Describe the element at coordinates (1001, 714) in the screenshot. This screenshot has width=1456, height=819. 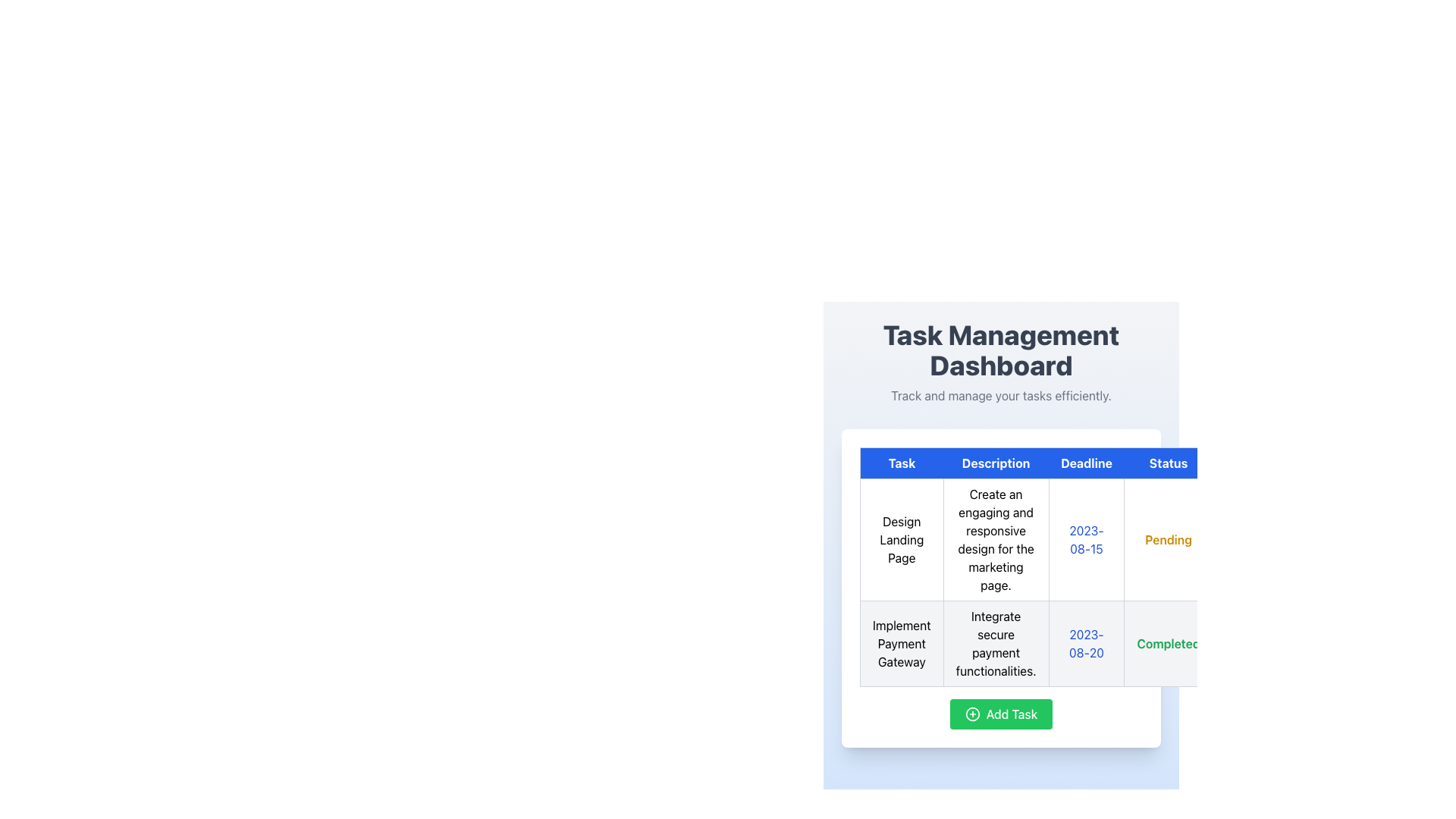
I see `the 'Add Task' button with a green background and white text` at that location.